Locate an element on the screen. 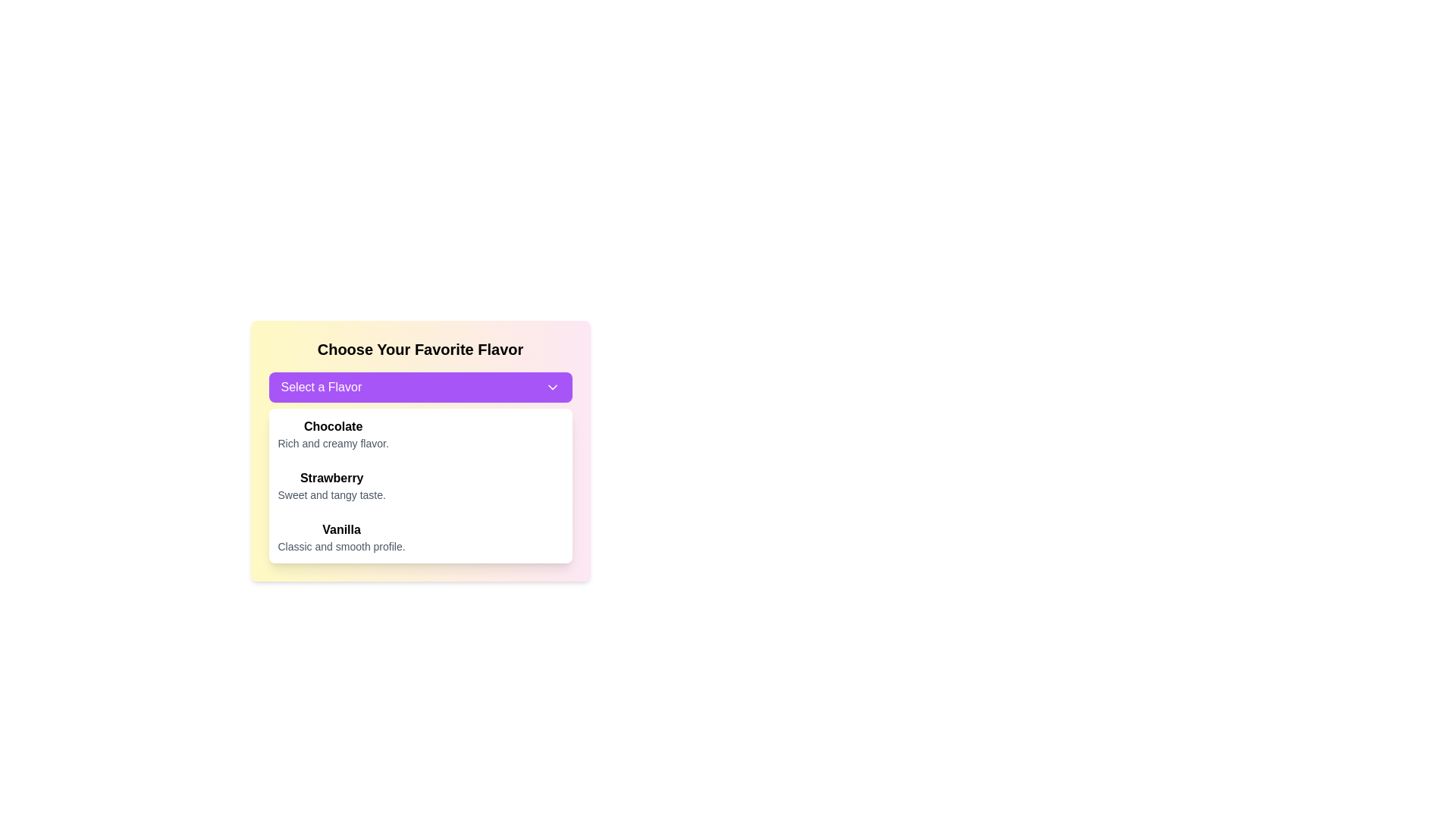  the first list item is located at coordinates (332, 435).